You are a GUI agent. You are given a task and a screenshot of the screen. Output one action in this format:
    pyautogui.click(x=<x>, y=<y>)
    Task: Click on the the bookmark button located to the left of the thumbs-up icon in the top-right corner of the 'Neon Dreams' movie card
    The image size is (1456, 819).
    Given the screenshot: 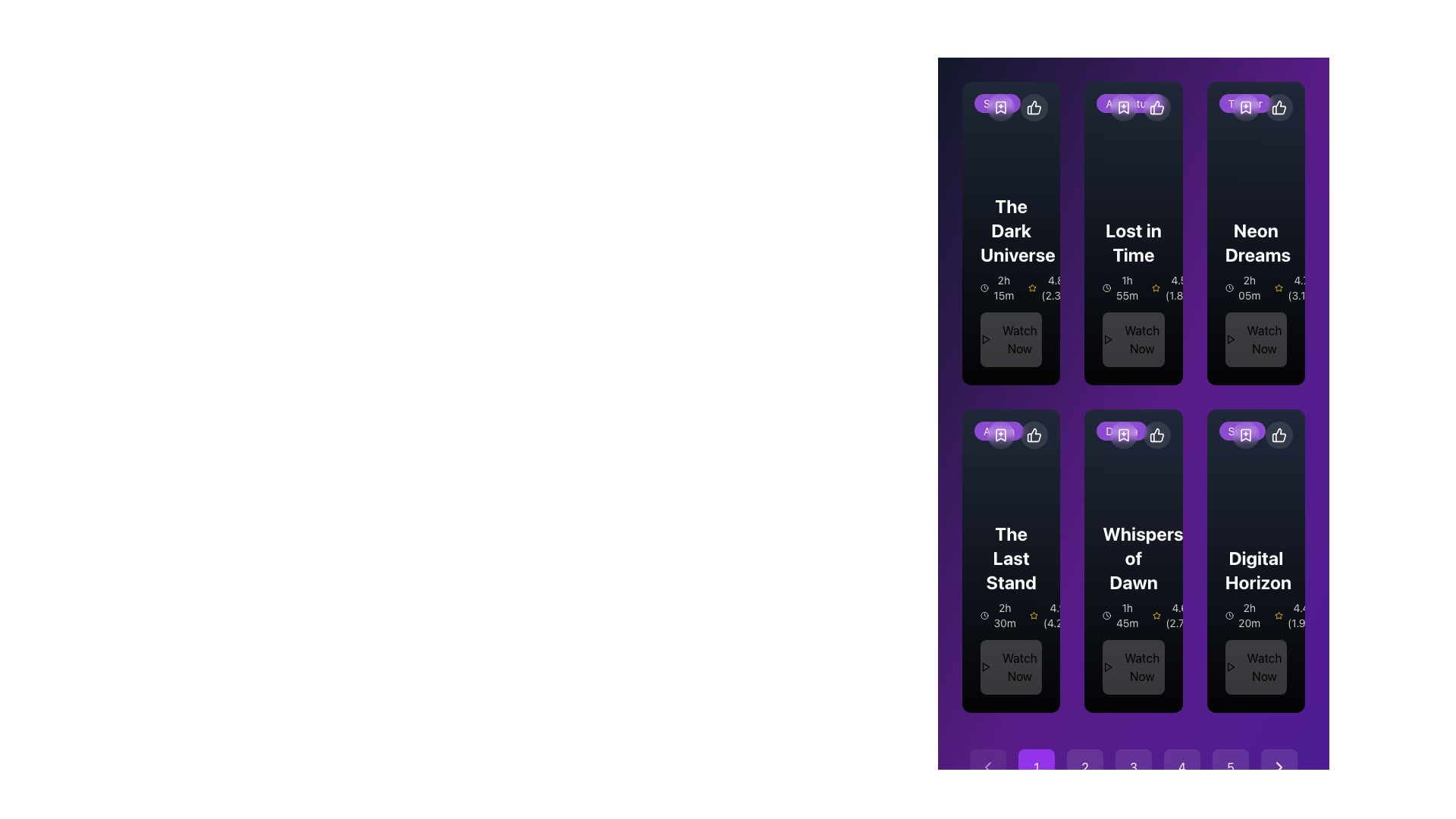 What is the action you would take?
    pyautogui.click(x=1263, y=107)
    